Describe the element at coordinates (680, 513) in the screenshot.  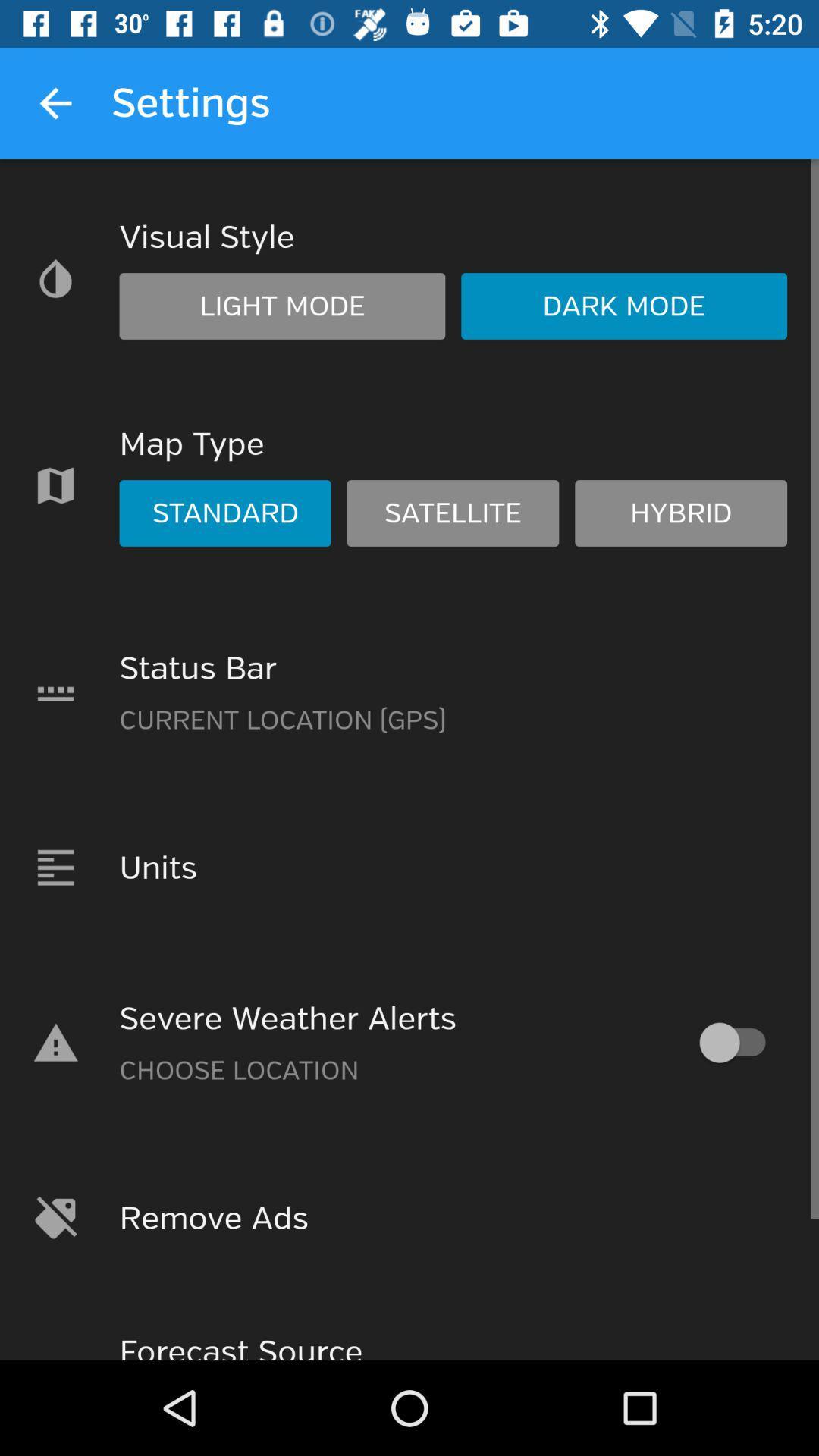
I see `hybrid in map type` at that location.